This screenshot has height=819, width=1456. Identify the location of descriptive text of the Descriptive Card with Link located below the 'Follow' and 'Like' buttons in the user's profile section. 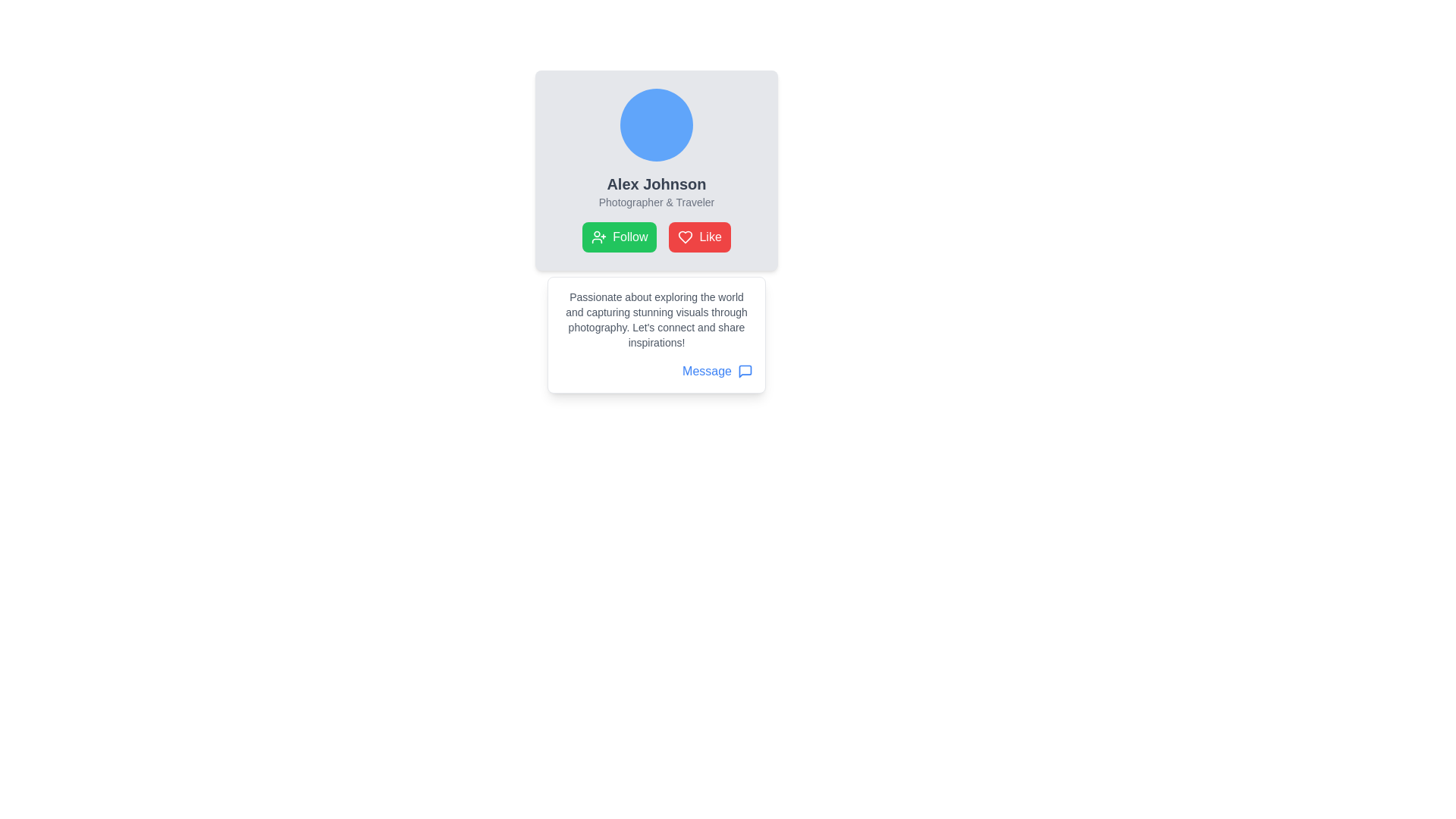
(656, 334).